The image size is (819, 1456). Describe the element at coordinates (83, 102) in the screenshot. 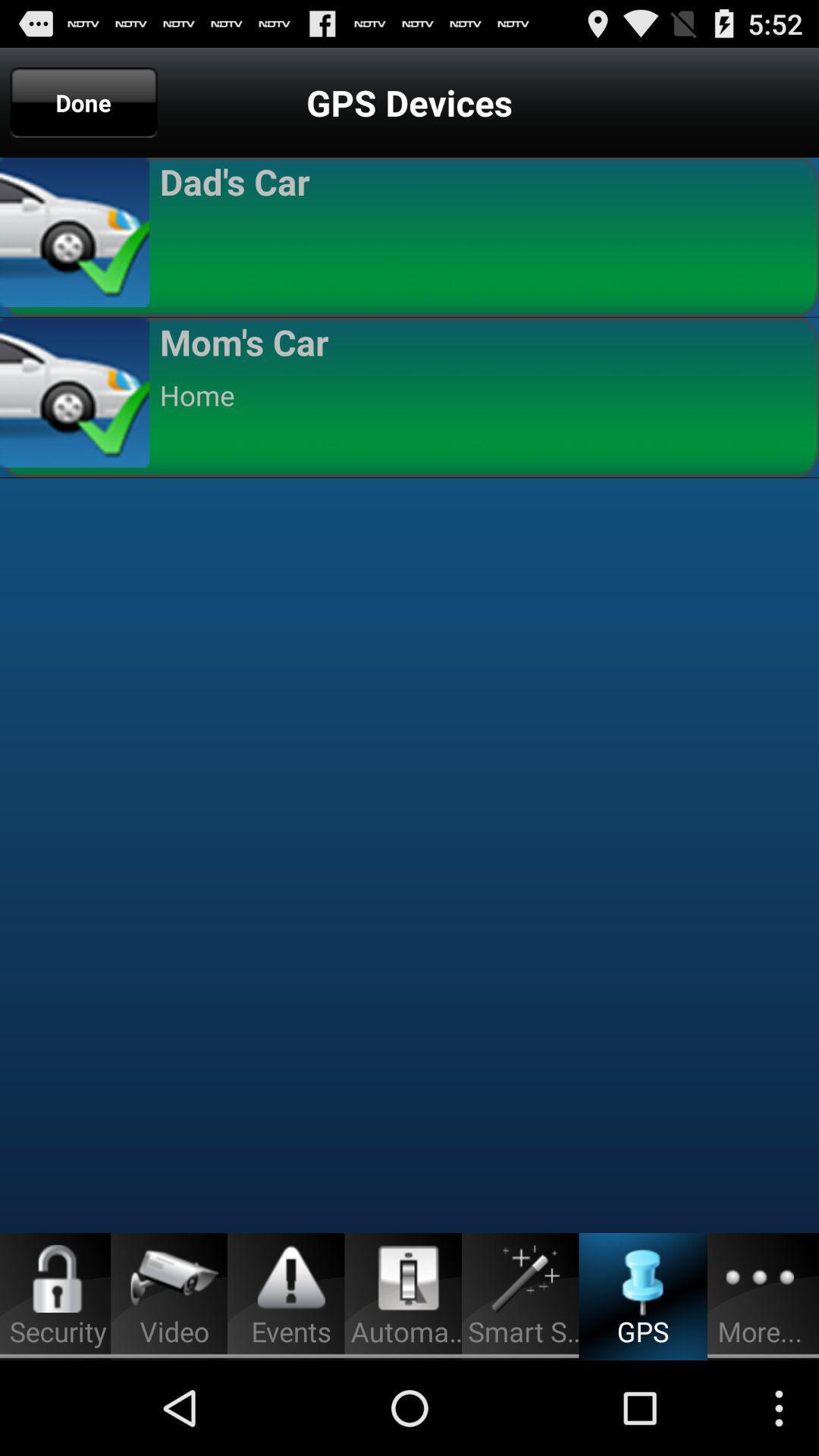

I see `done` at that location.